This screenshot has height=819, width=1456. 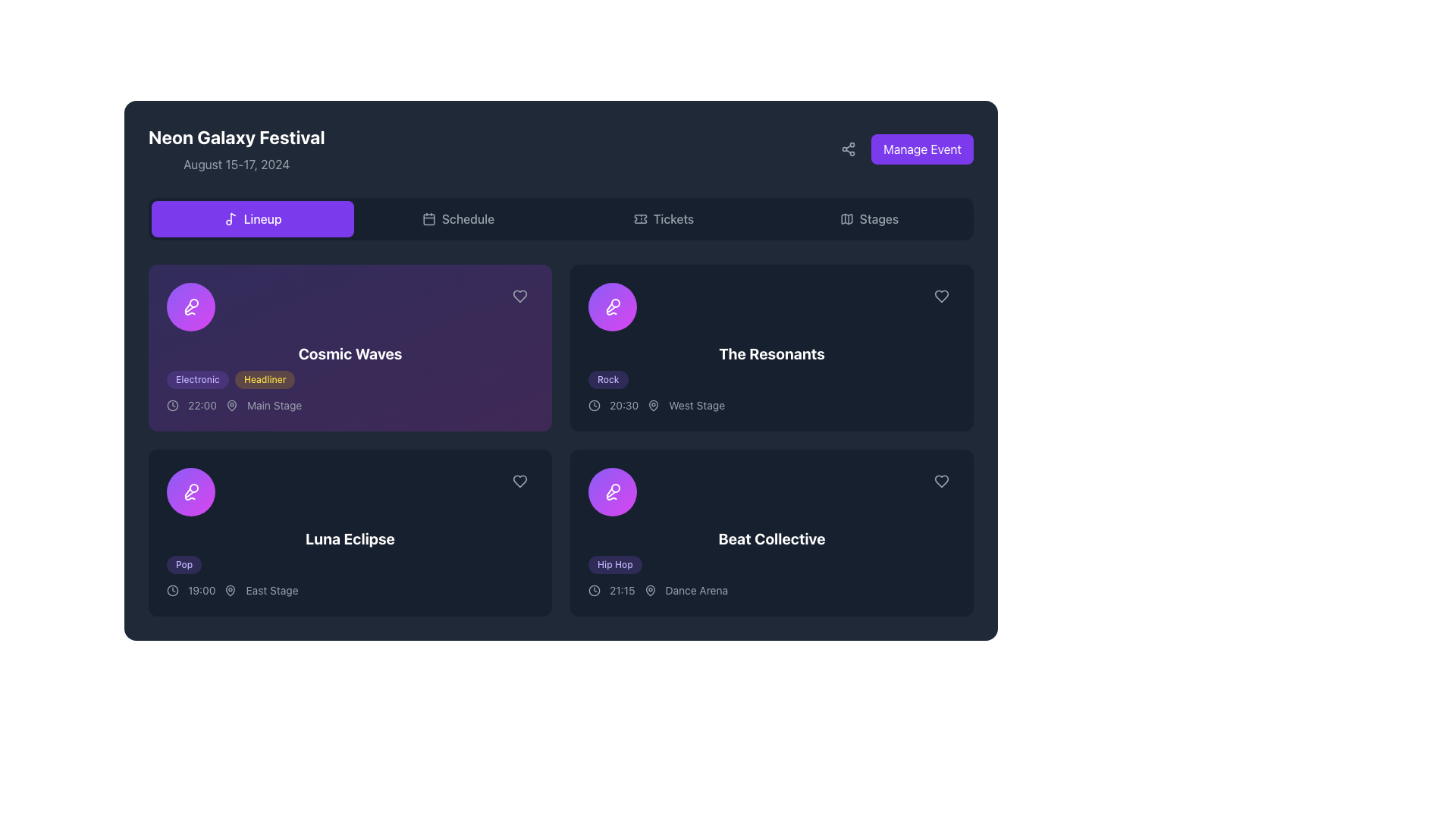 What do you see at coordinates (615, 564) in the screenshot?
I see `the 'Beat Collective' label/tag located in the 'Lineup' section, which indicates the music genre associated with the event` at bounding box center [615, 564].